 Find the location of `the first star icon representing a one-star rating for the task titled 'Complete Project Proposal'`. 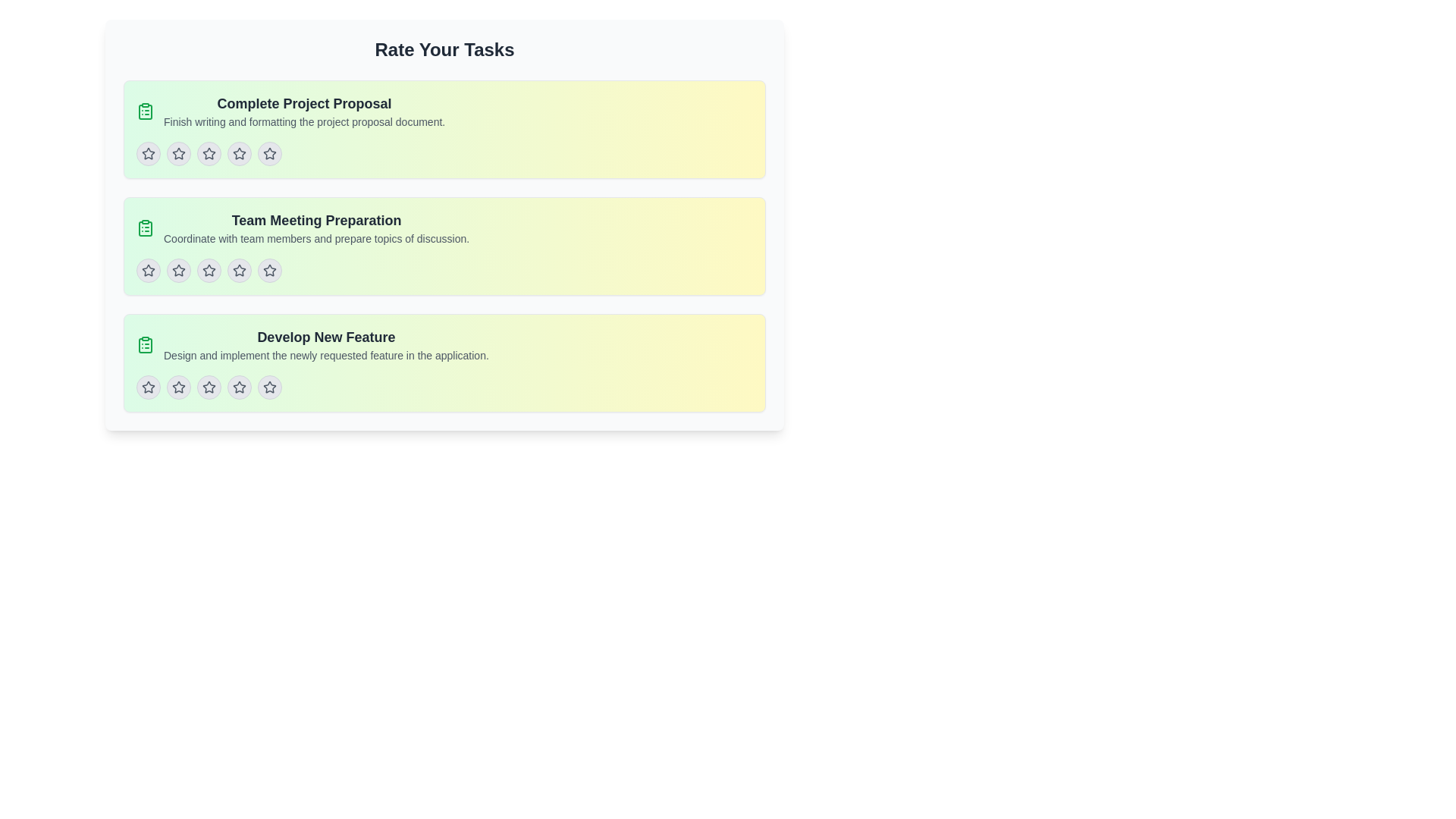

the first star icon representing a one-star rating for the task titled 'Complete Project Proposal' is located at coordinates (178, 154).